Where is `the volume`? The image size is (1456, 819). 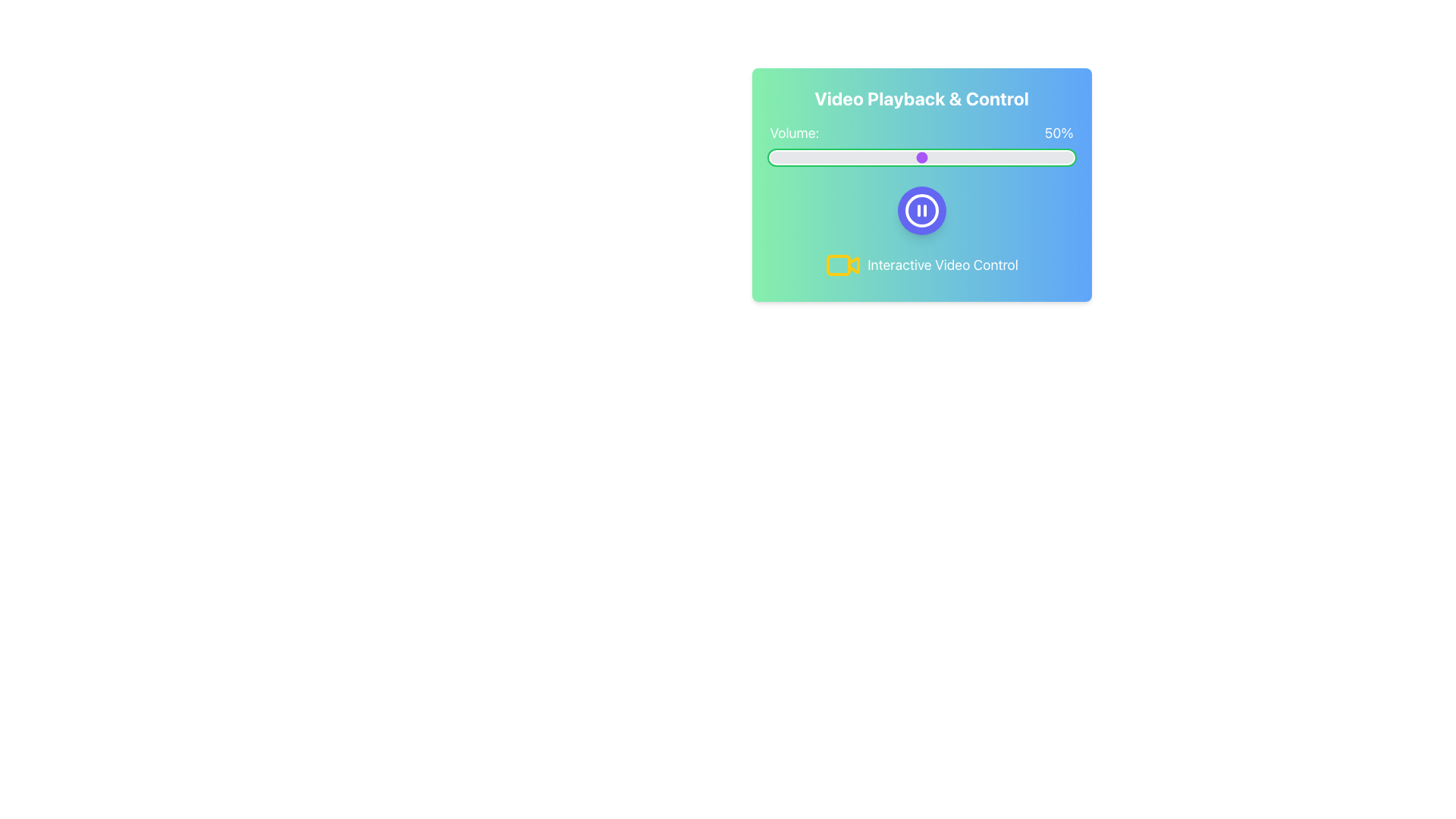
the volume is located at coordinates (985, 158).